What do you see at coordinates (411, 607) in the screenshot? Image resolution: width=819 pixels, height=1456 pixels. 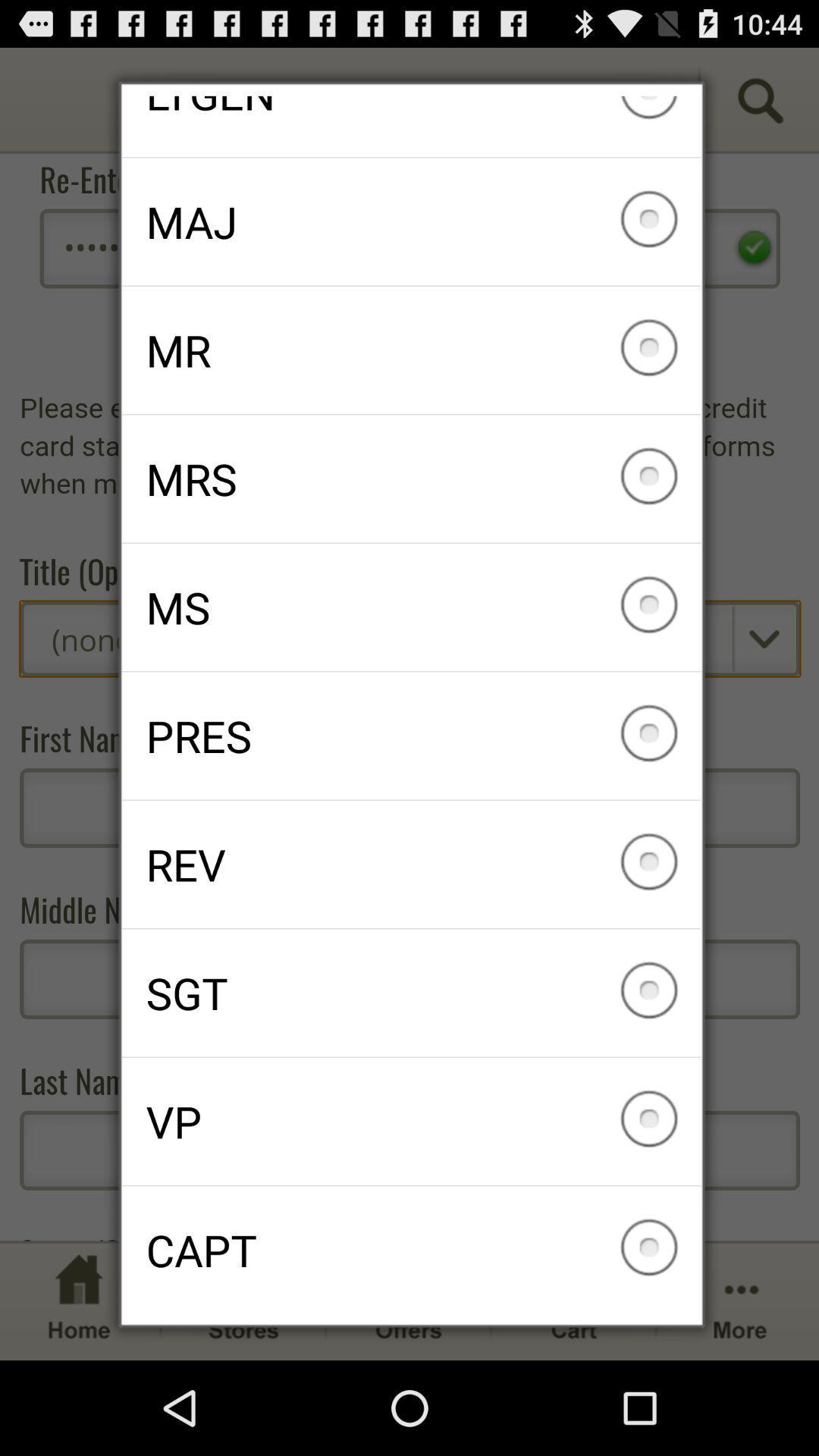 I see `item above the pres icon` at bounding box center [411, 607].